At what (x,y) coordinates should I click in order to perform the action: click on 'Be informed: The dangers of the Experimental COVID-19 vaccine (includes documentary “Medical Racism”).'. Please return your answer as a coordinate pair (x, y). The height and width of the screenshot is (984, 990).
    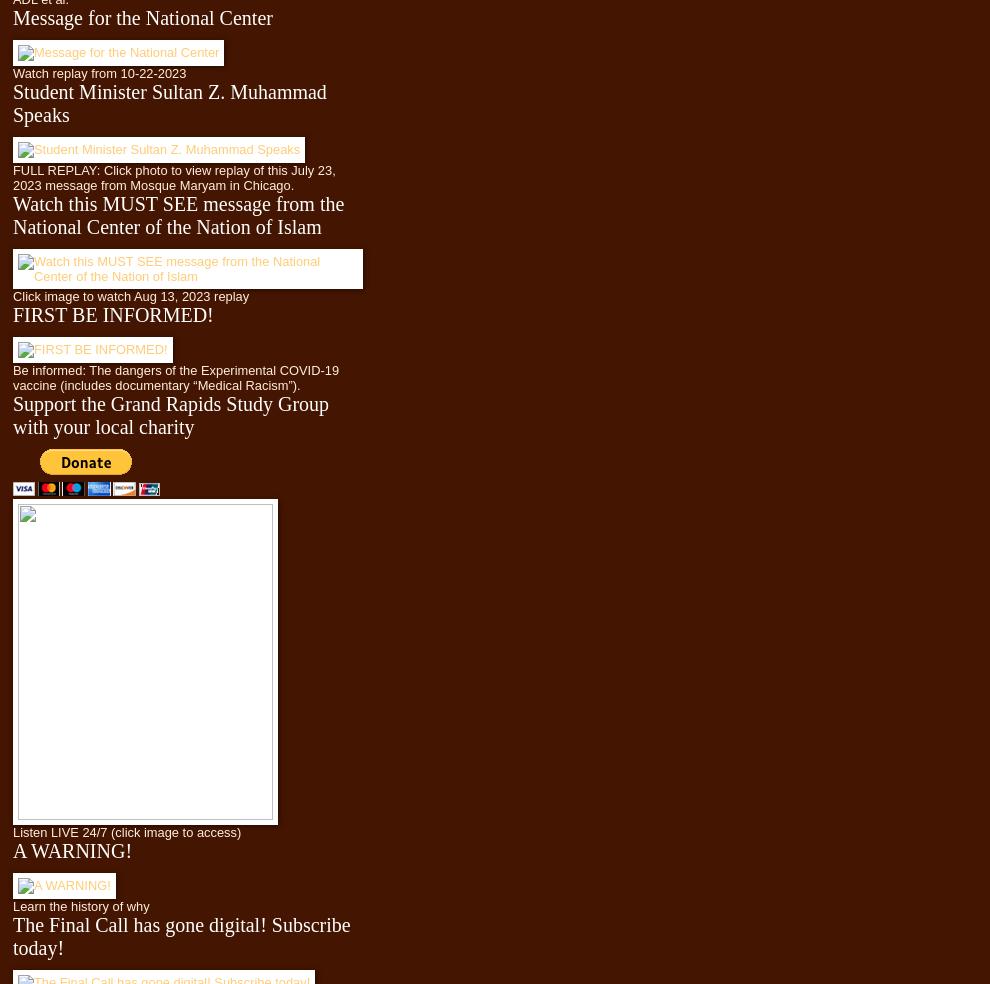
    Looking at the image, I should click on (176, 376).